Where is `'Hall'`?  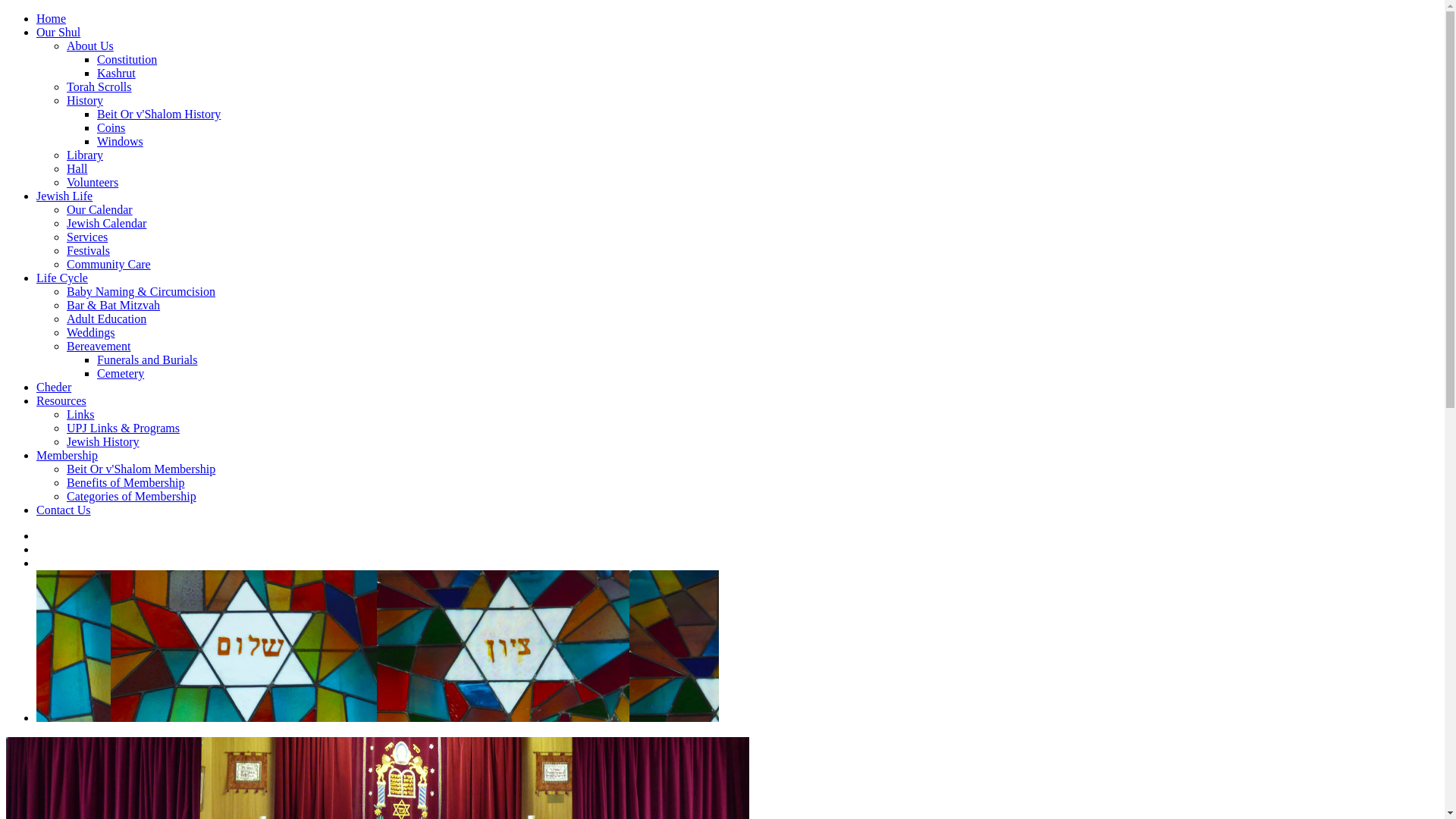 'Hall' is located at coordinates (76, 168).